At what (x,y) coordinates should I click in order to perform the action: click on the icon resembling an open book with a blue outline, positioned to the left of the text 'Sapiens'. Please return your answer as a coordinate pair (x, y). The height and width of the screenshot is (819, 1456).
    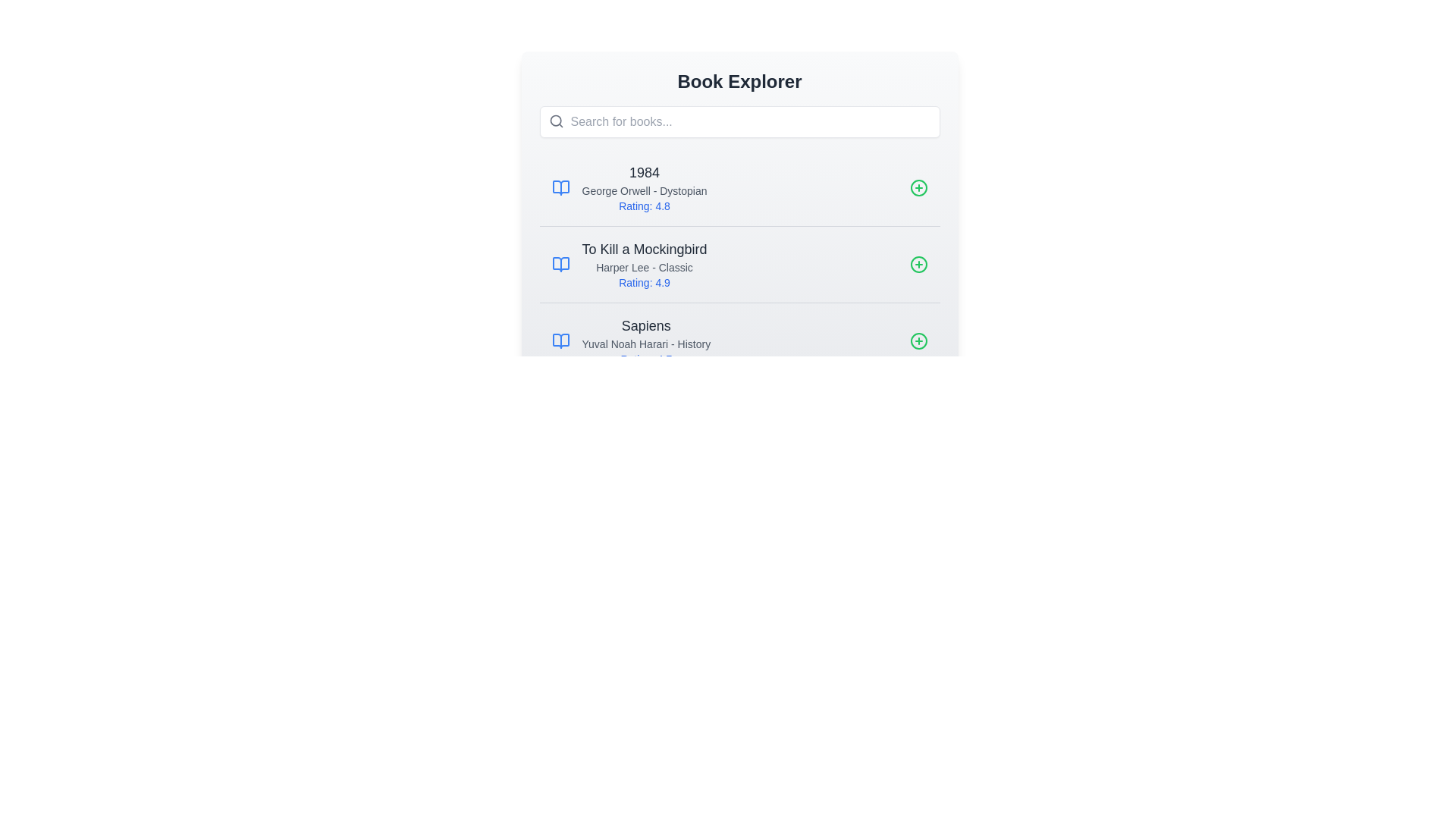
    Looking at the image, I should click on (560, 341).